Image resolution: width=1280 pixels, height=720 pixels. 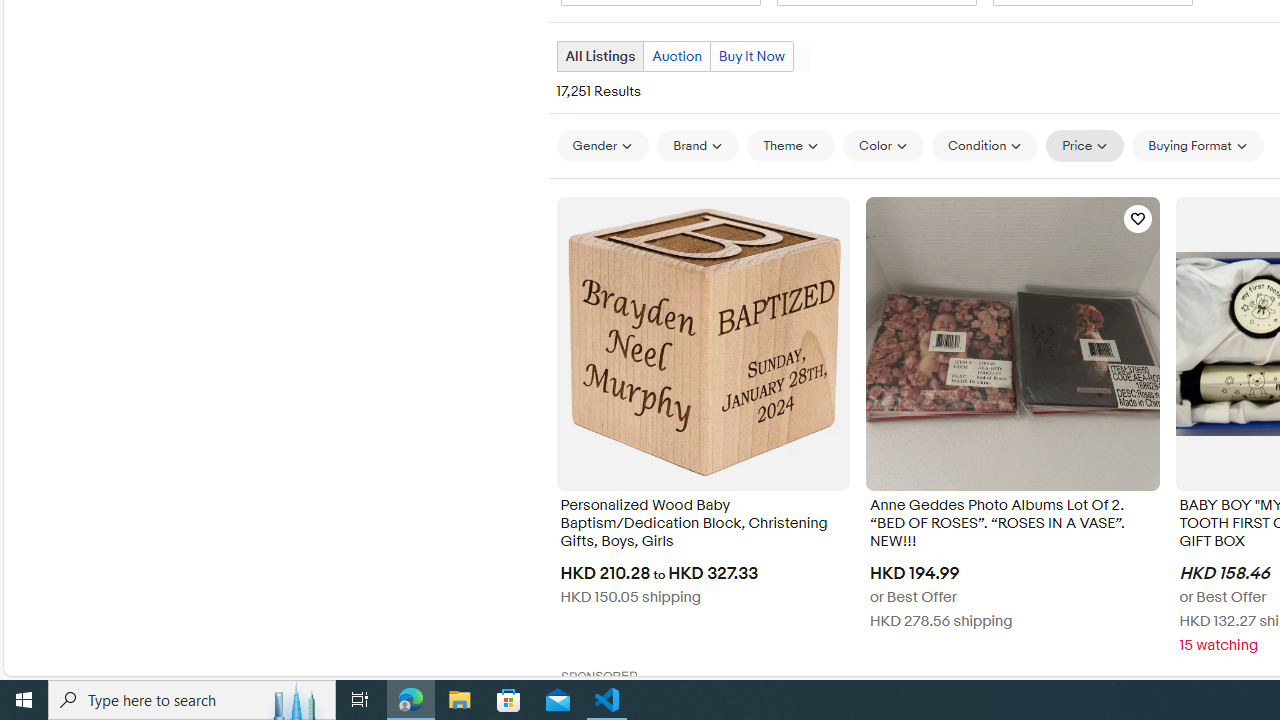 What do you see at coordinates (698, 144) in the screenshot?
I see `'Brand'` at bounding box center [698, 144].